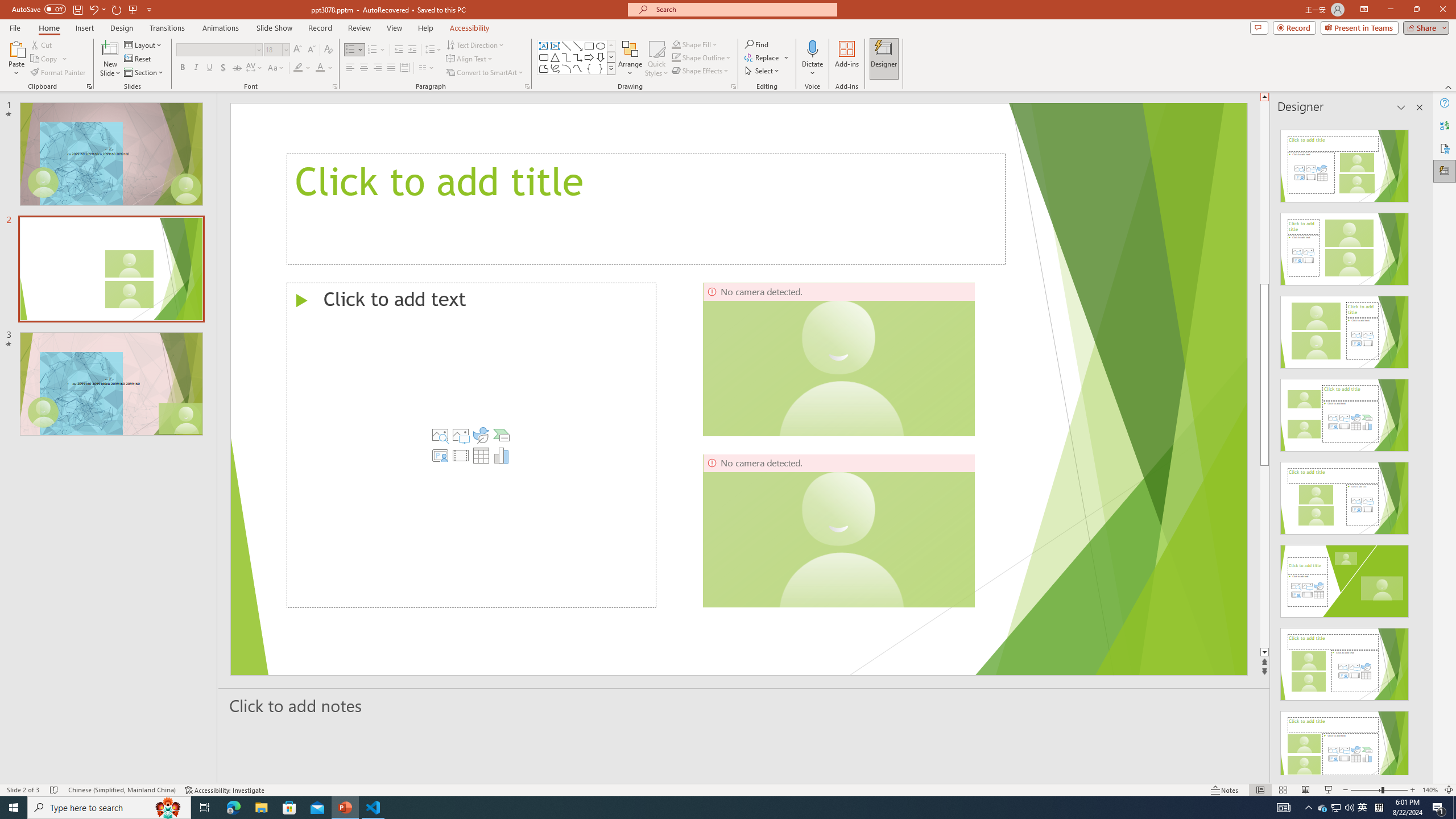 The width and height of the screenshot is (1456, 819). What do you see at coordinates (276, 67) in the screenshot?
I see `'Change Case'` at bounding box center [276, 67].